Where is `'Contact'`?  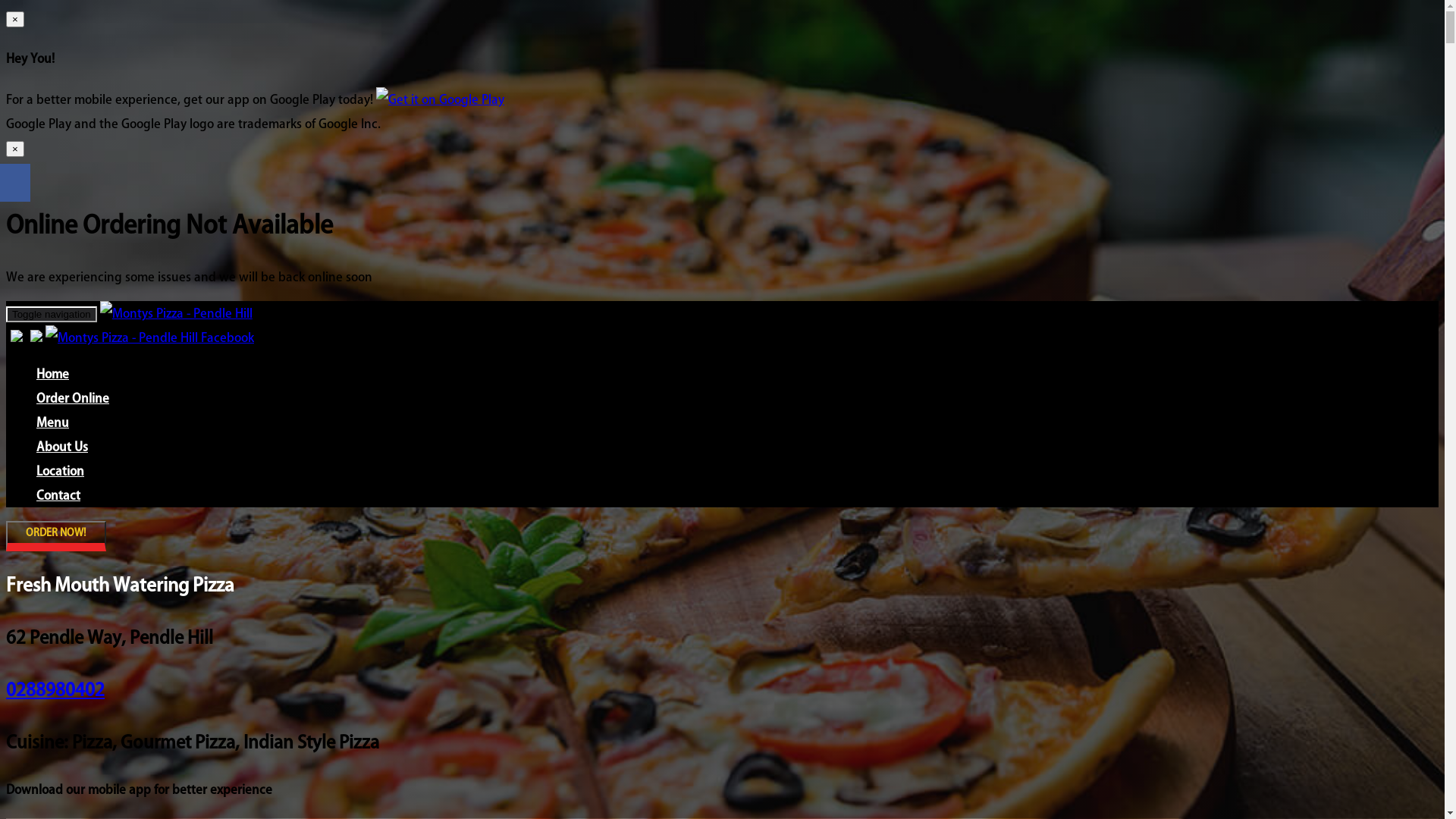 'Contact' is located at coordinates (58, 494).